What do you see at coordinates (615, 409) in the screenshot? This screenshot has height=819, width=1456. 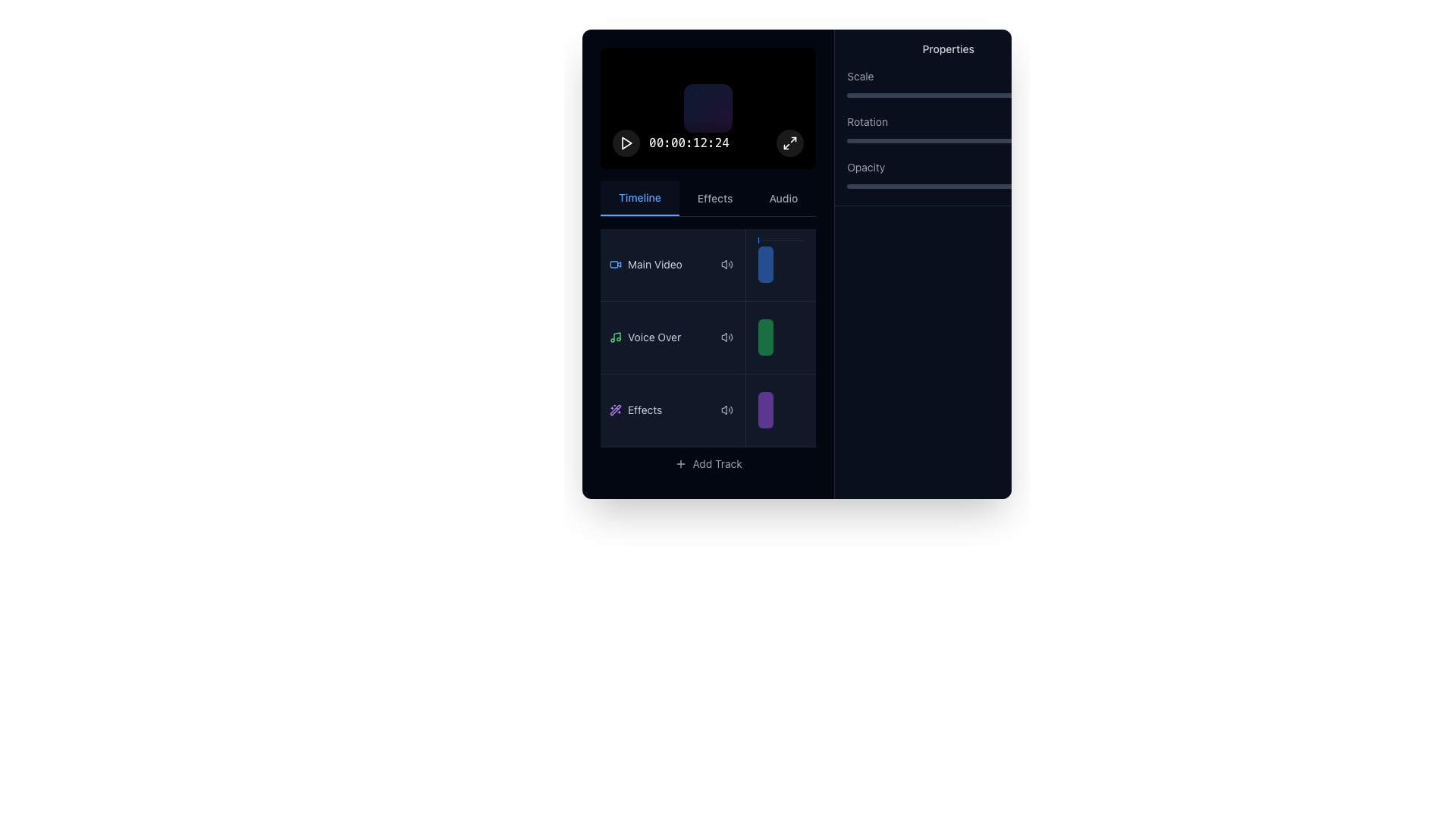 I see `the small purple wand icon with sparkles located to the left of the 'Effects' label by moving the cursor over it` at bounding box center [615, 409].